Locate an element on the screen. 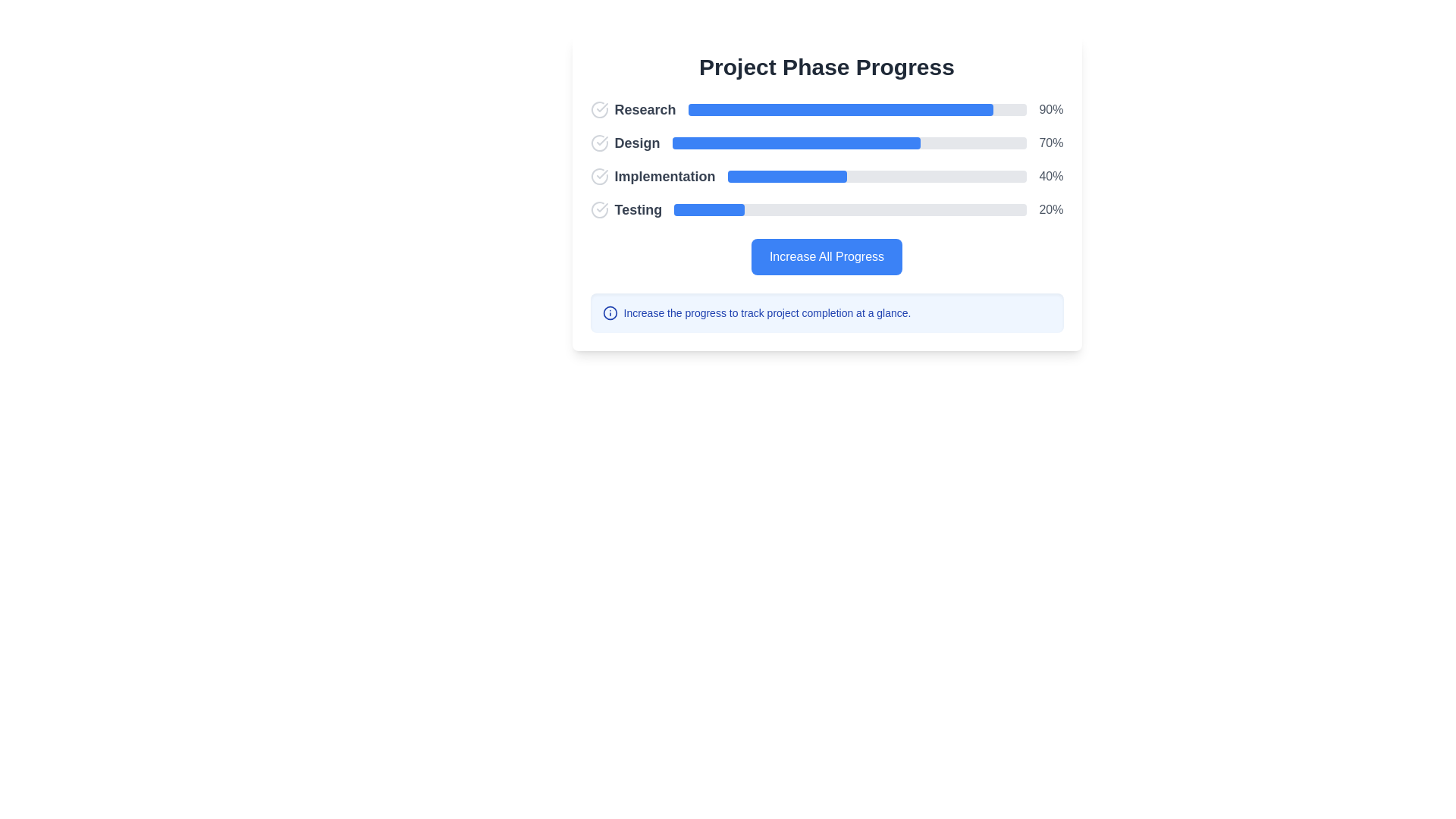  the progress bar indicating 40% completion of the 'Implementation' phase, which is the third progress bar in the vertical list of 'Project Phase Progress' is located at coordinates (826, 175).